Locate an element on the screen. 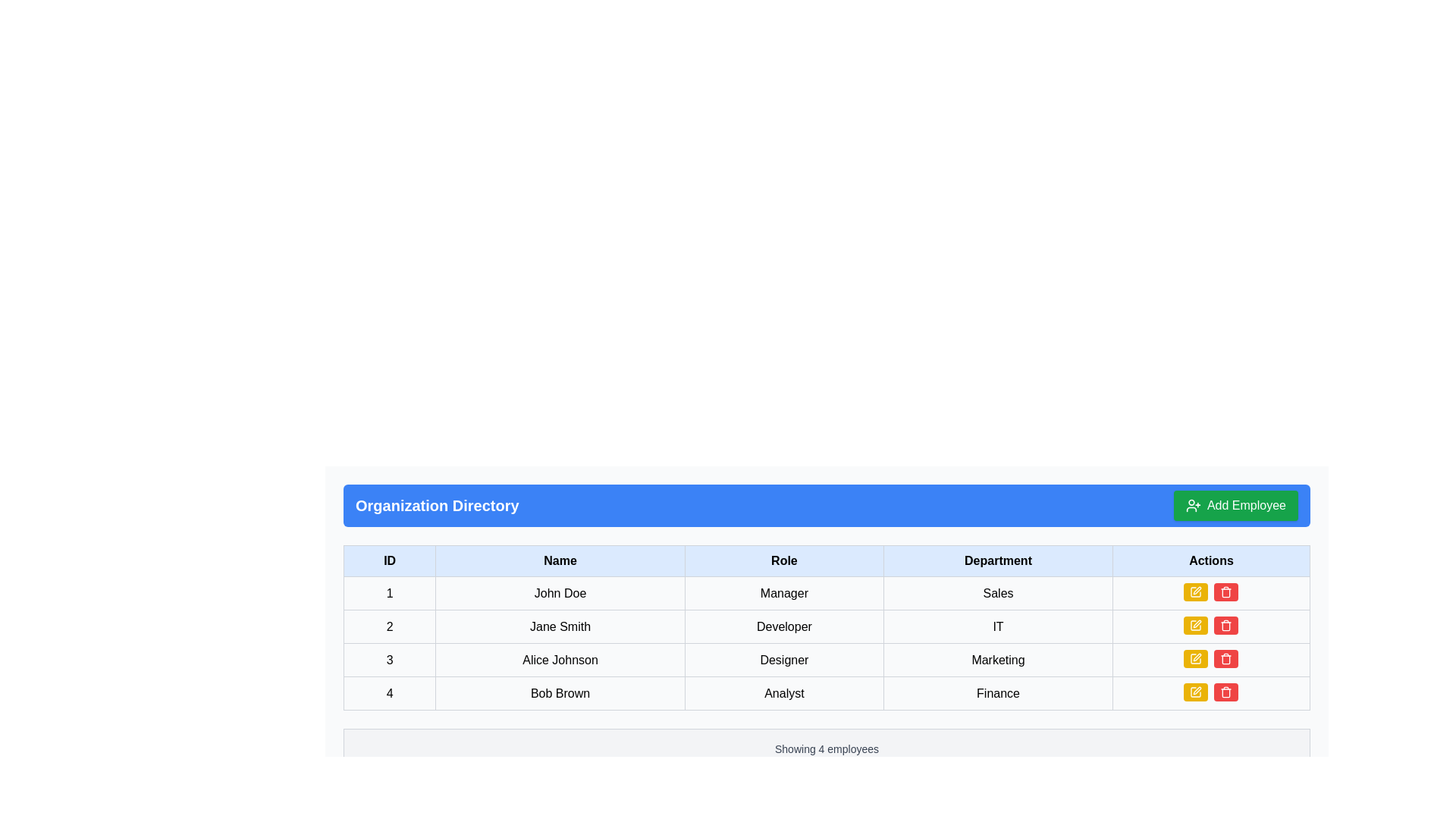  the 'Finance' department name text cell element located in the fourth row and fourth column of the organization directory table is located at coordinates (998, 693).